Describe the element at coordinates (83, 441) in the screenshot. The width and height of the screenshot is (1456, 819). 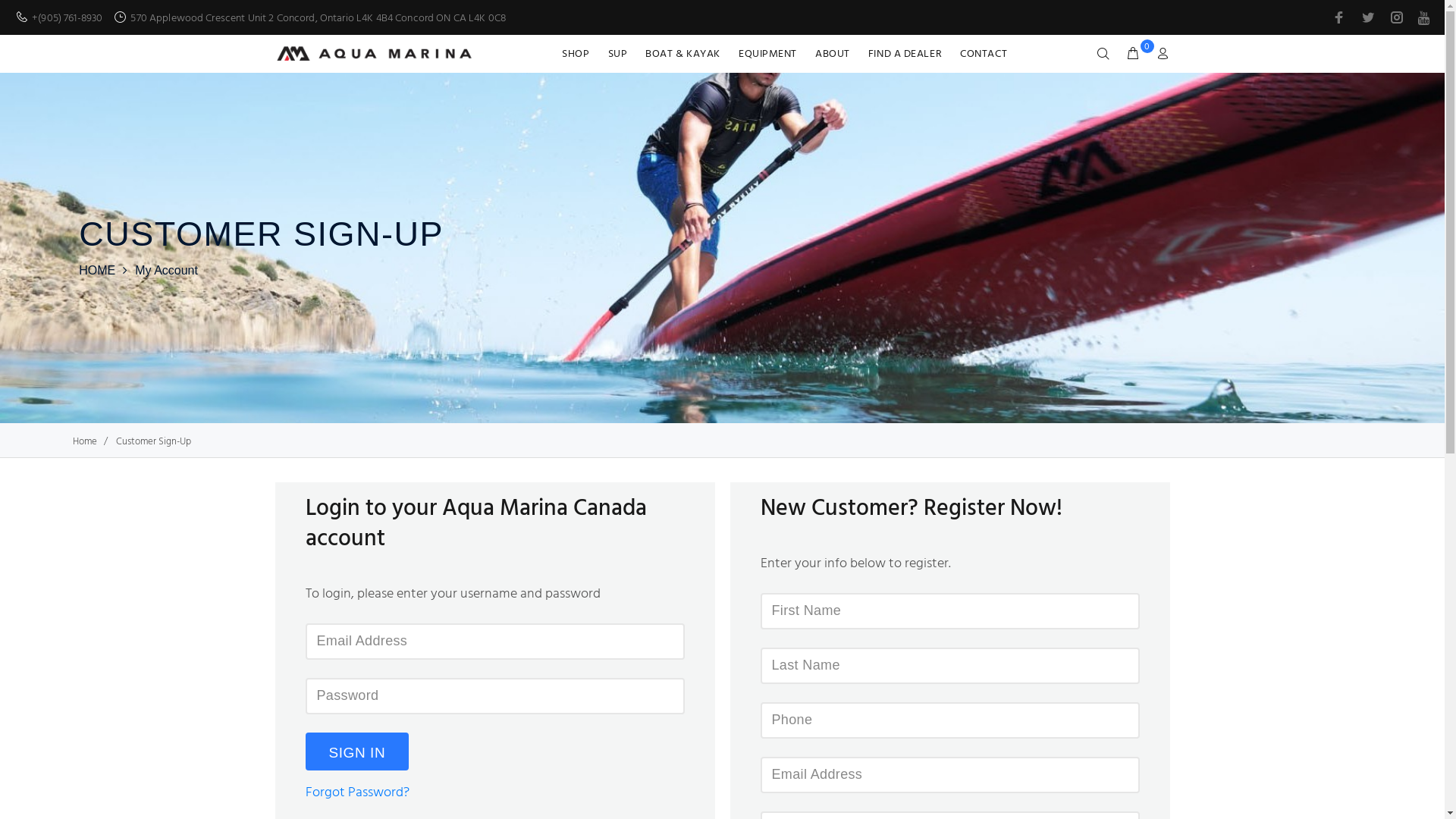
I see `'Home'` at that location.